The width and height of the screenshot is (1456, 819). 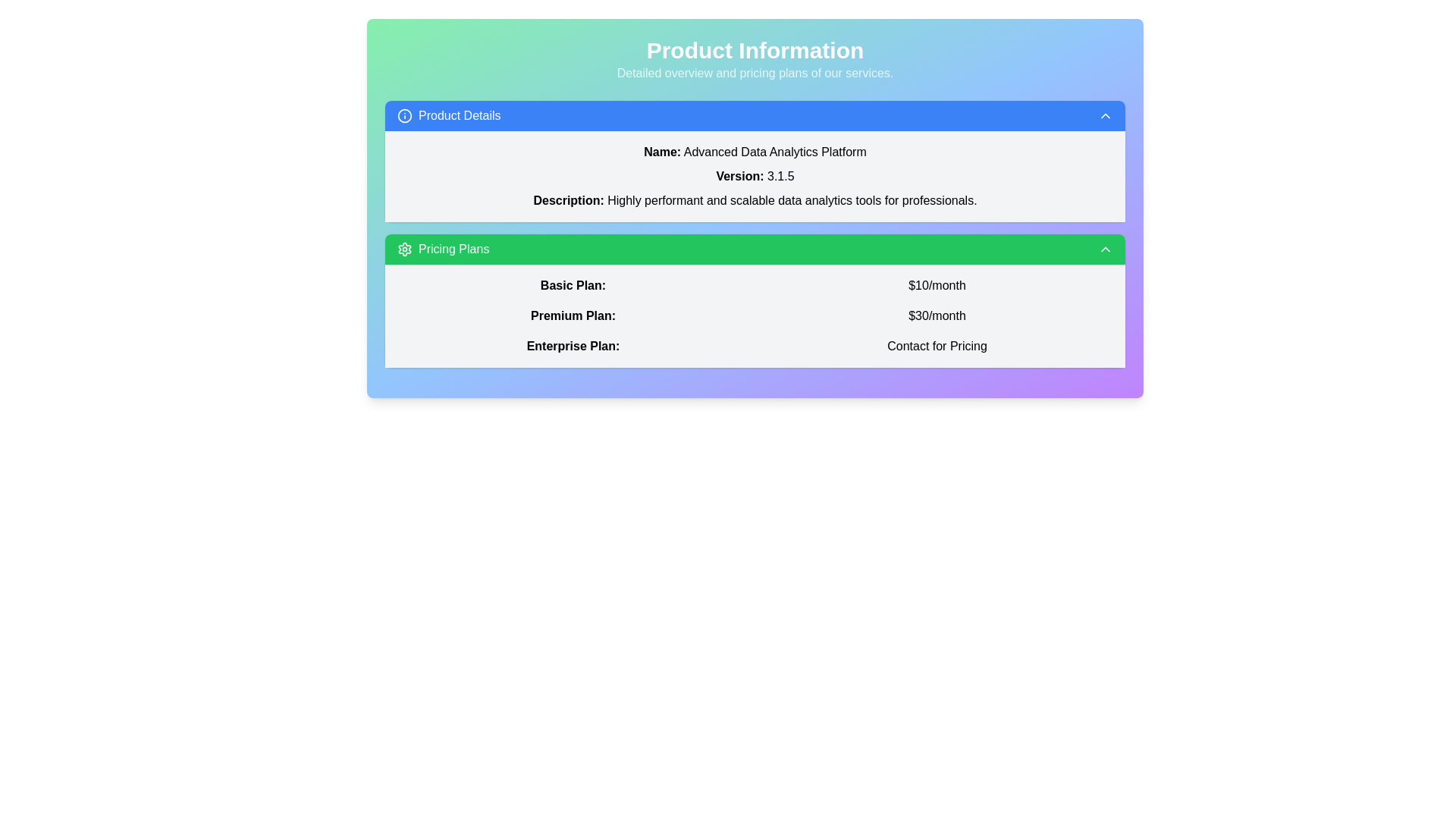 I want to click on the descriptive subtitle located directly below the 'Product Information' heading to possibly reveal additional options, so click(x=755, y=73).